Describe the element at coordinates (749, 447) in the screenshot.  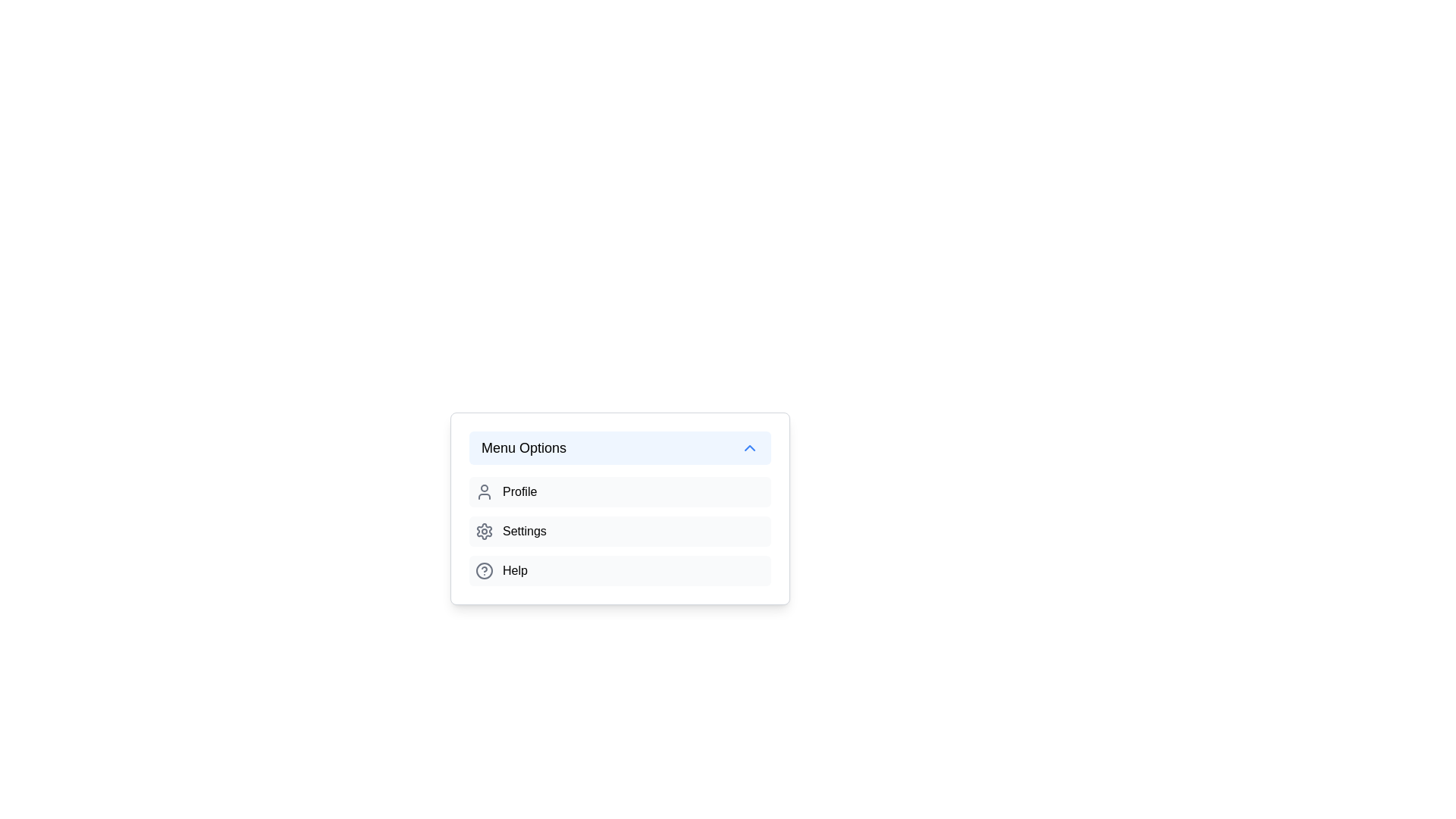
I see `the interactive icon button at the top-right corner of the menu header bar labeled 'Menu Options'` at that location.